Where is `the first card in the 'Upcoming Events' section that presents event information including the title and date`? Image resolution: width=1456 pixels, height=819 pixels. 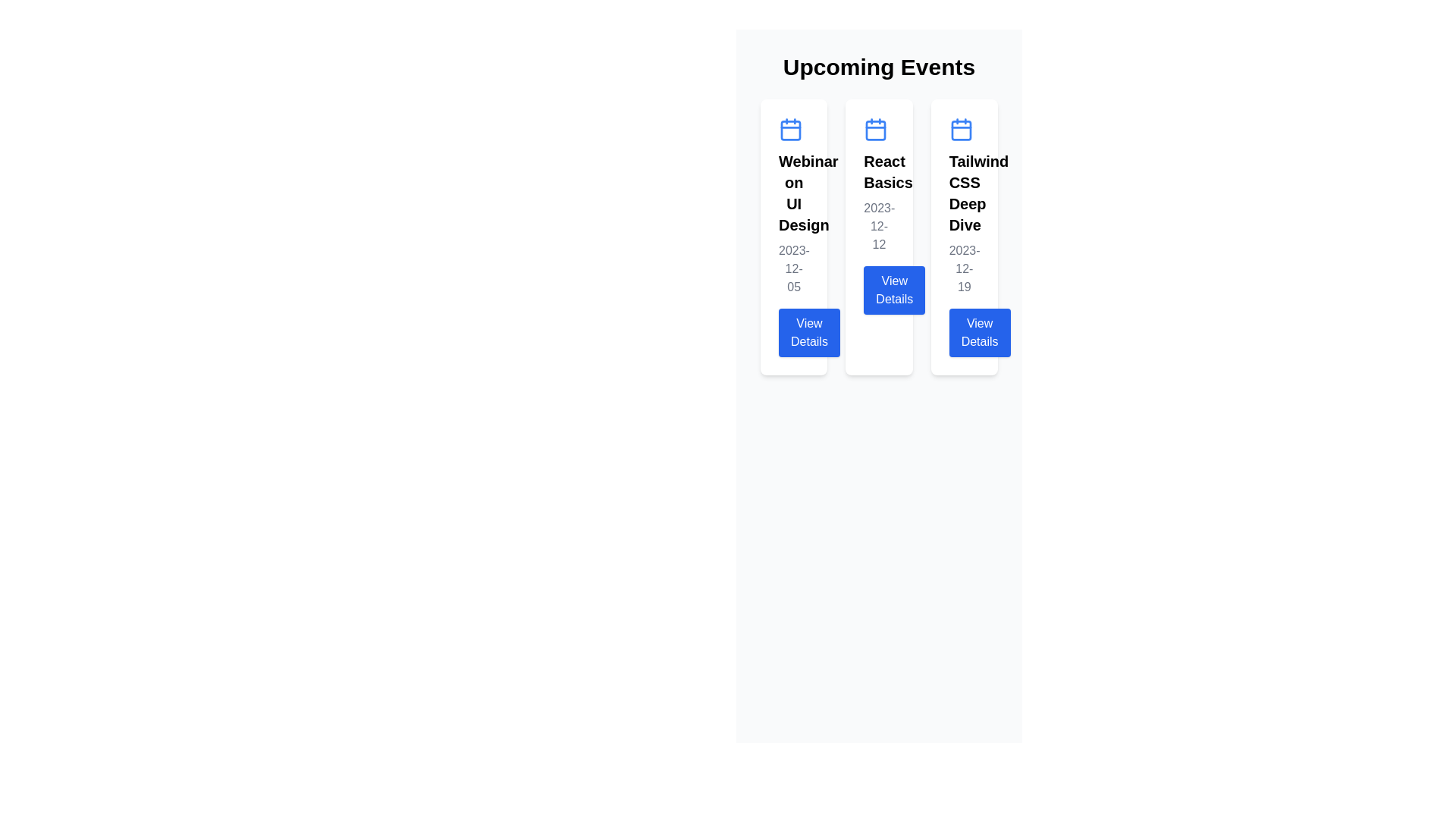
the first card in the 'Upcoming Events' section that presents event information including the title and date is located at coordinates (793, 237).